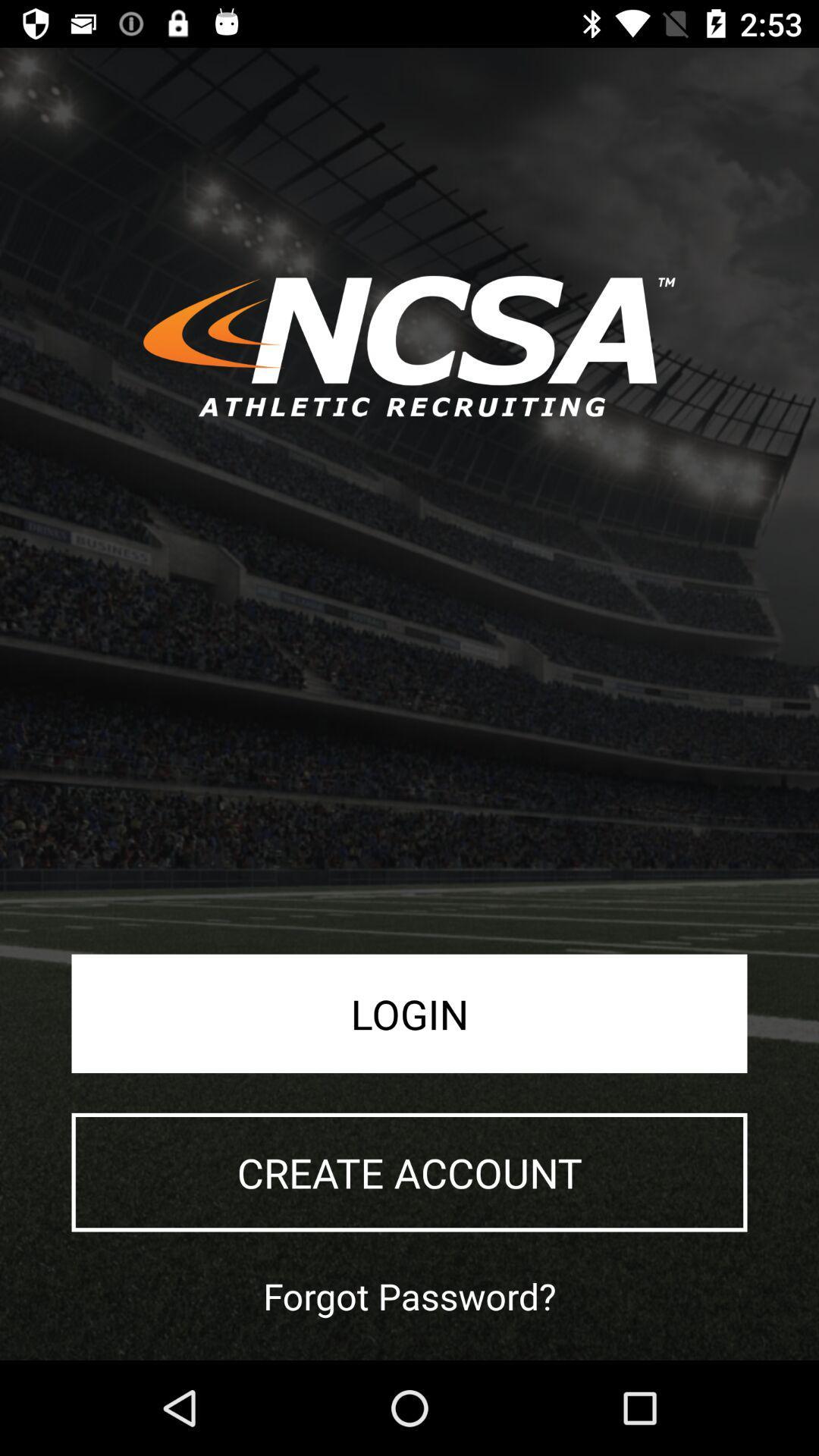 The width and height of the screenshot is (819, 1456). I want to click on the app below login app, so click(409, 1172).